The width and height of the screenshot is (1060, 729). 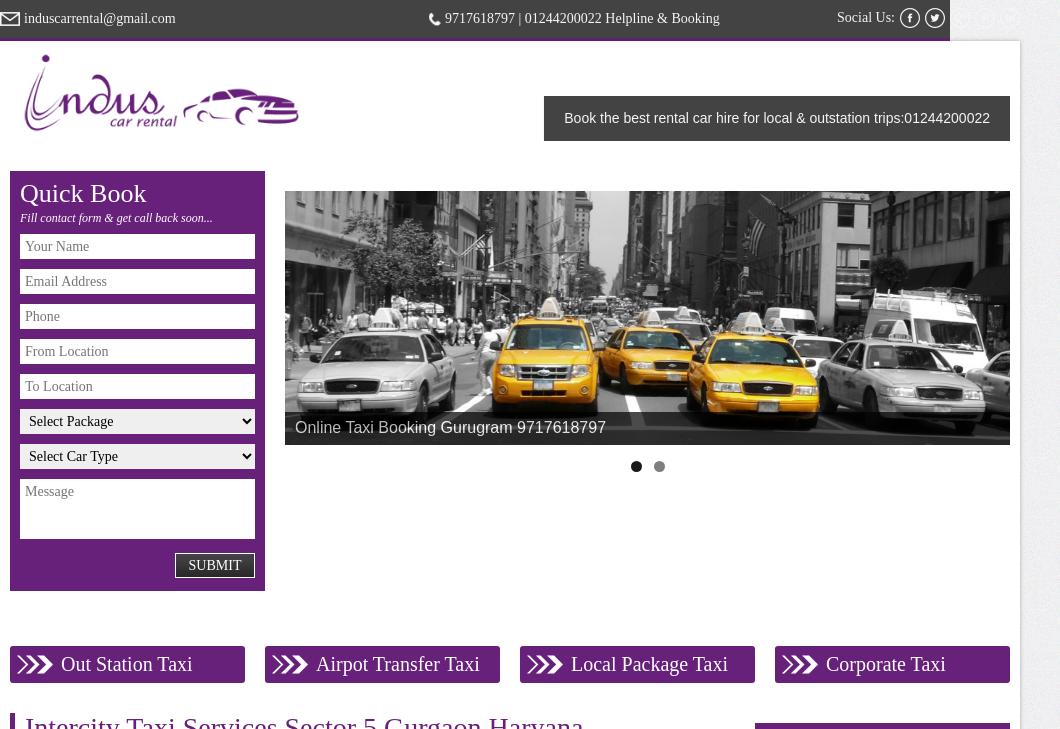 I want to click on 'Local Package Taxi', so click(x=649, y=663).